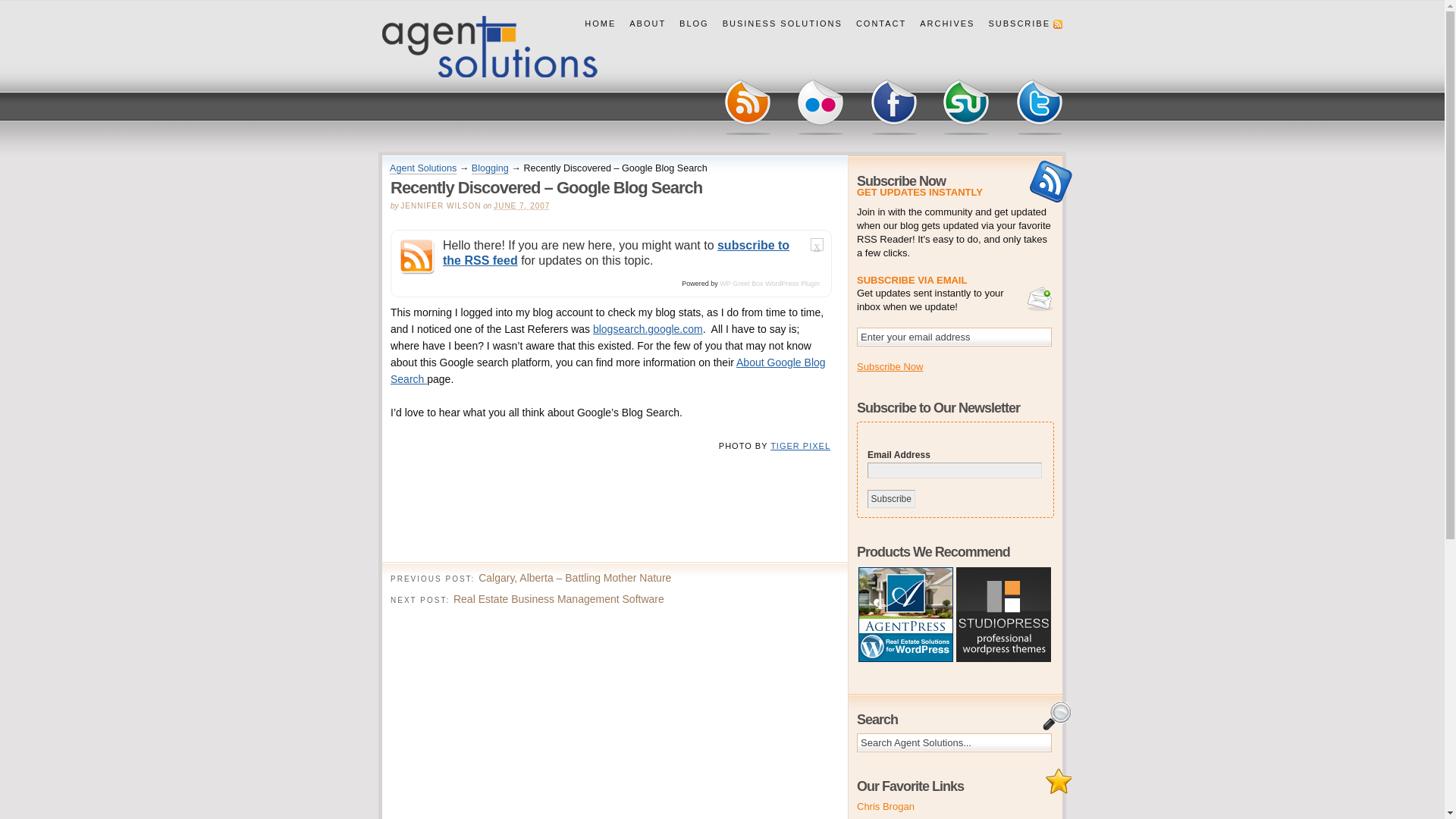 The image size is (1456, 819). What do you see at coordinates (622, 24) in the screenshot?
I see `'ABOUT'` at bounding box center [622, 24].